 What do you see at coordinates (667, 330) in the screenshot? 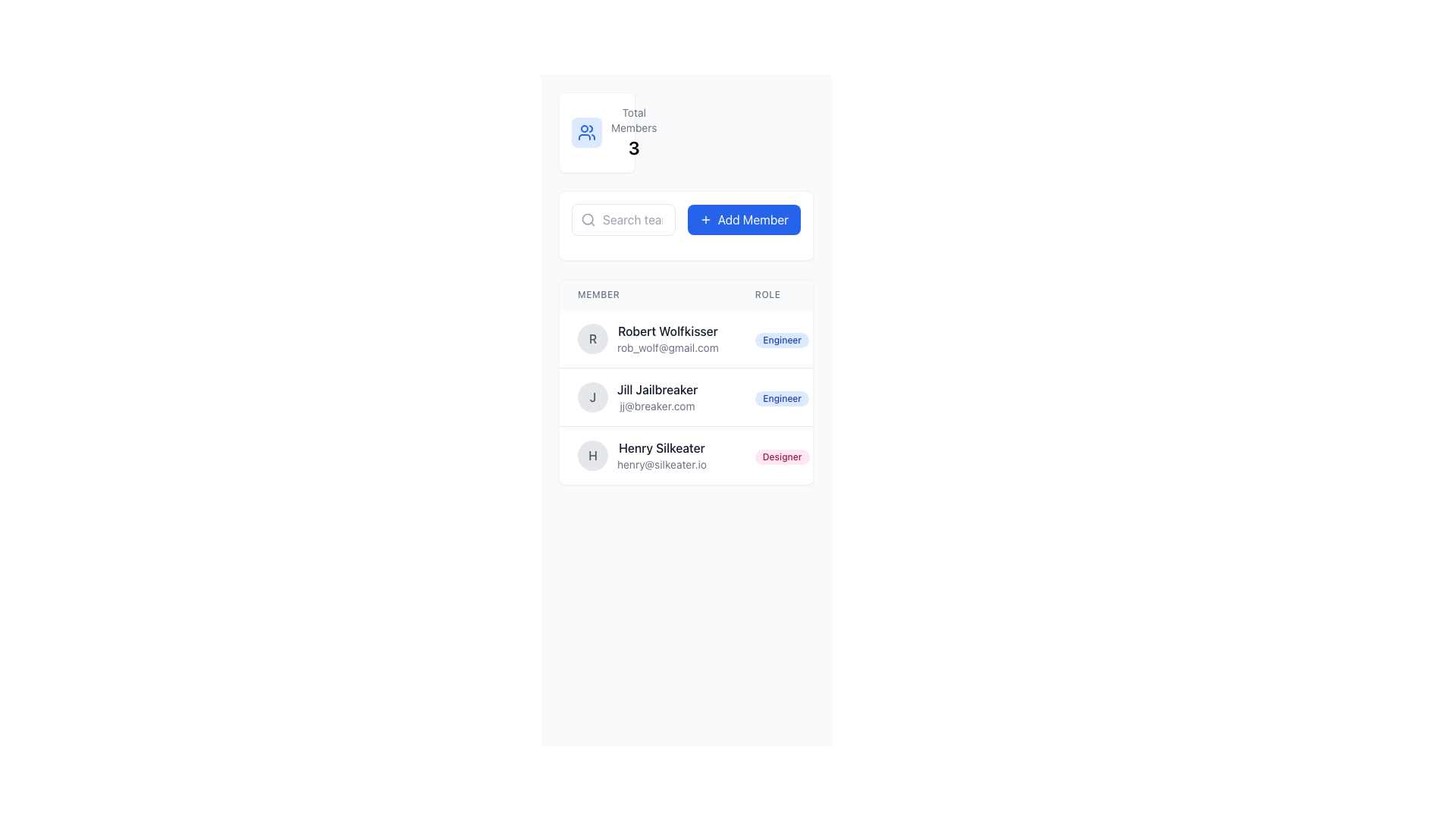
I see `the Text Label displaying the name 'Robert Wolfkisser' which is in bold styling and located in the first row of the member listing` at bounding box center [667, 330].